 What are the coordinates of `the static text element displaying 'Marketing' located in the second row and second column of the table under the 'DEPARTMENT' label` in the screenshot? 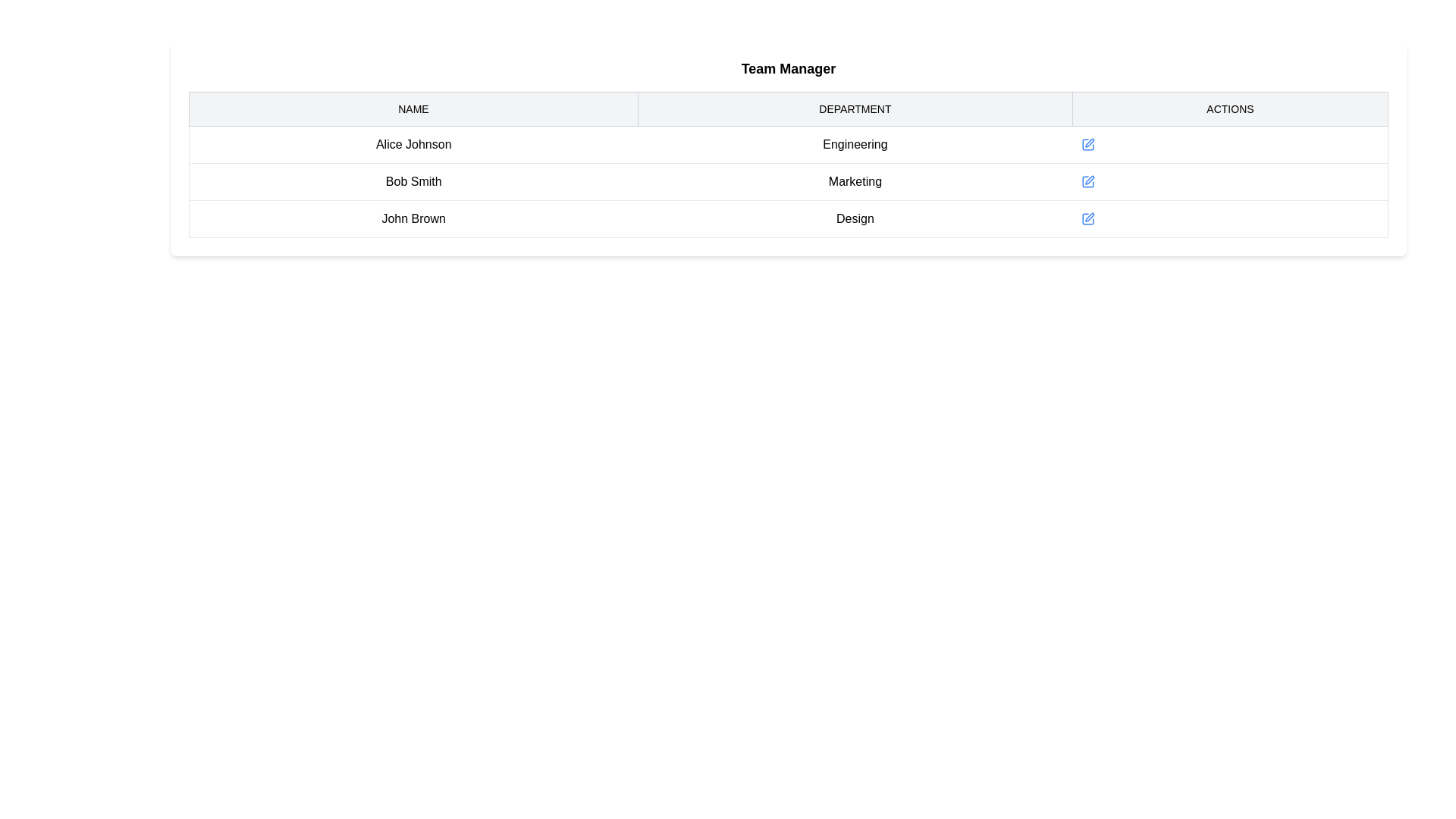 It's located at (855, 180).